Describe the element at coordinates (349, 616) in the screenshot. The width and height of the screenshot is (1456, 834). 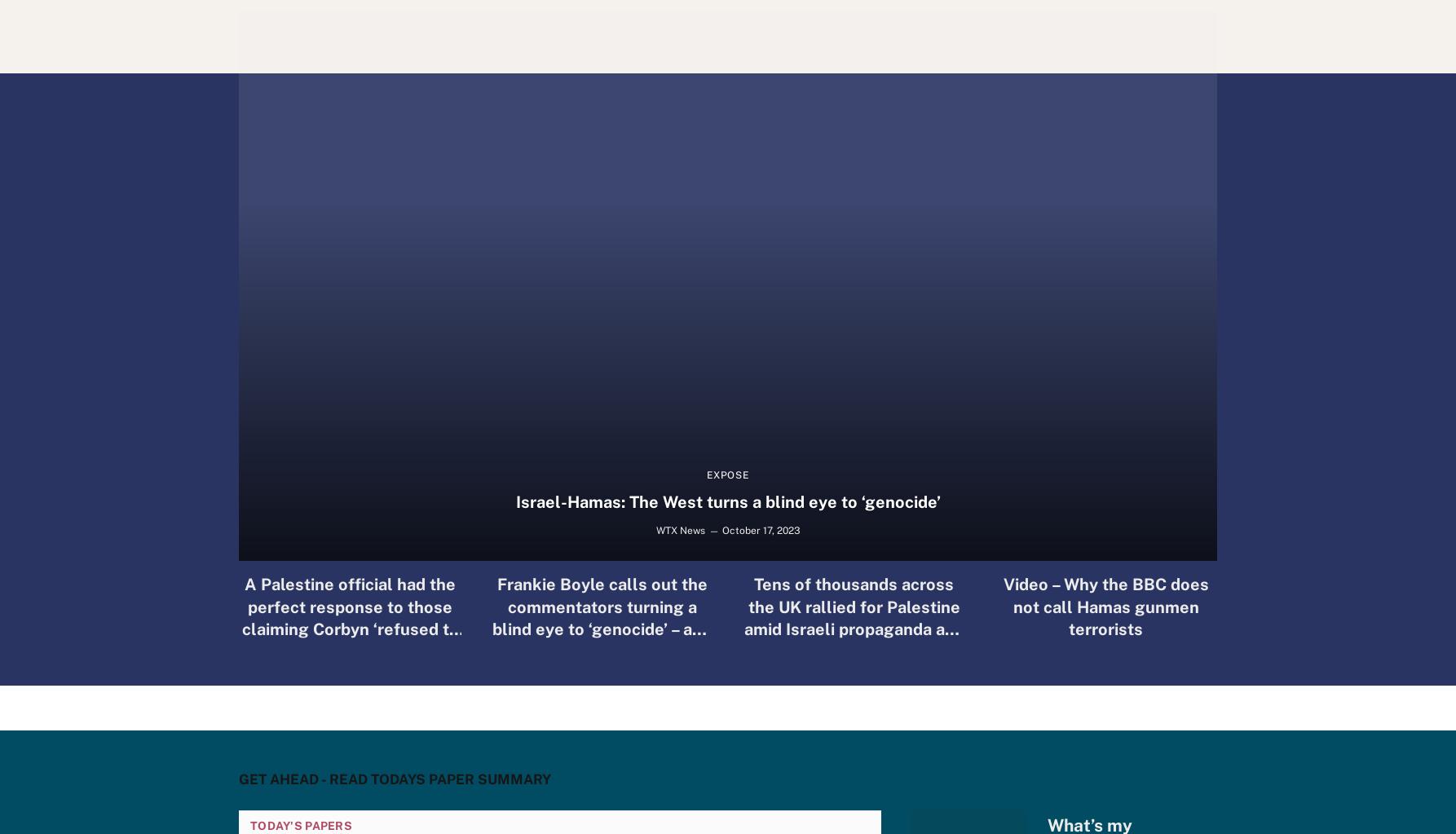
I see `'A Palestine official had the perfect response to those claiming Corbyn ‘refused to condemn Hamas’'` at that location.